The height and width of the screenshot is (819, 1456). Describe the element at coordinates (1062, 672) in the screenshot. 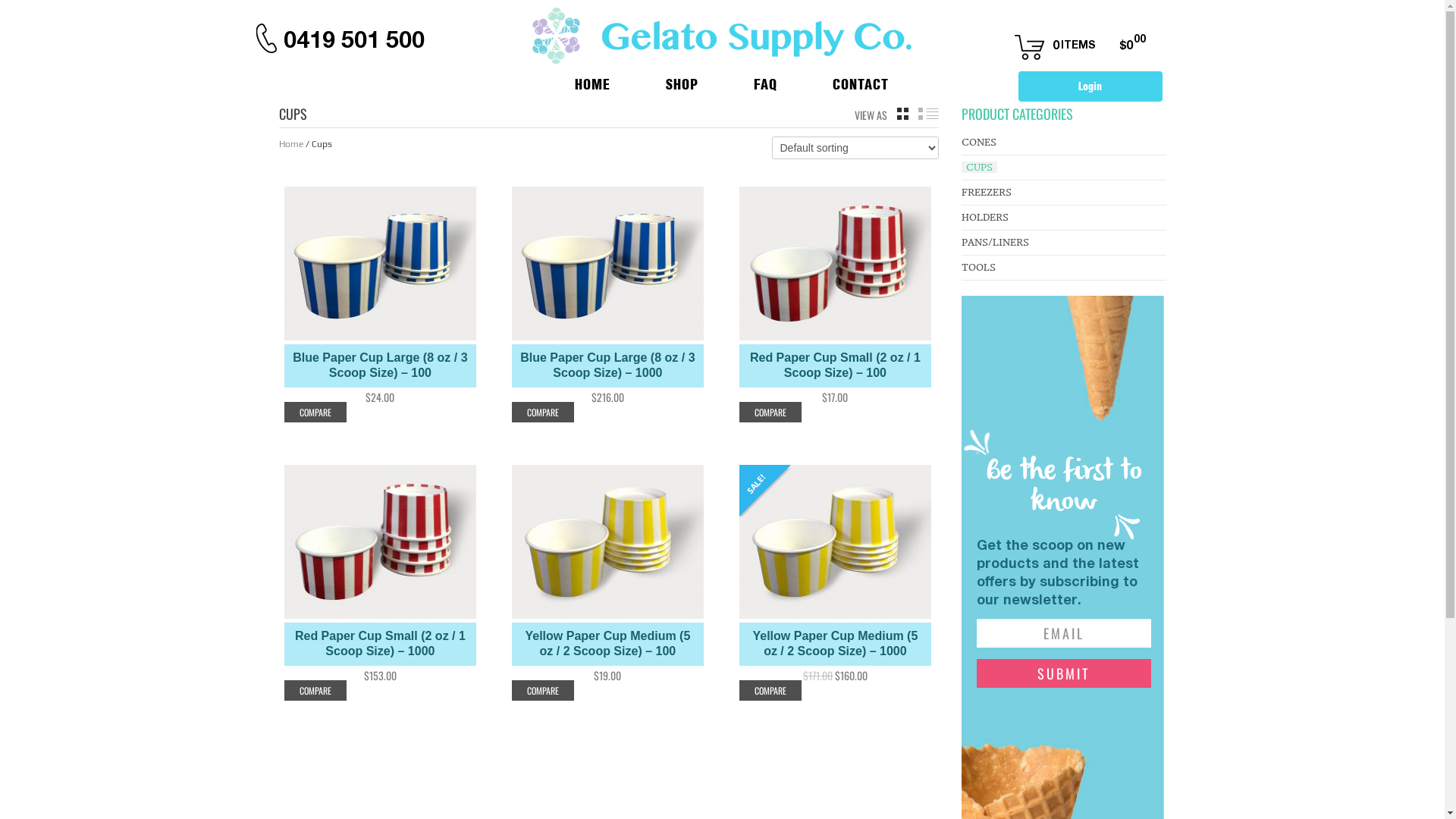

I see `'Submit'` at that location.